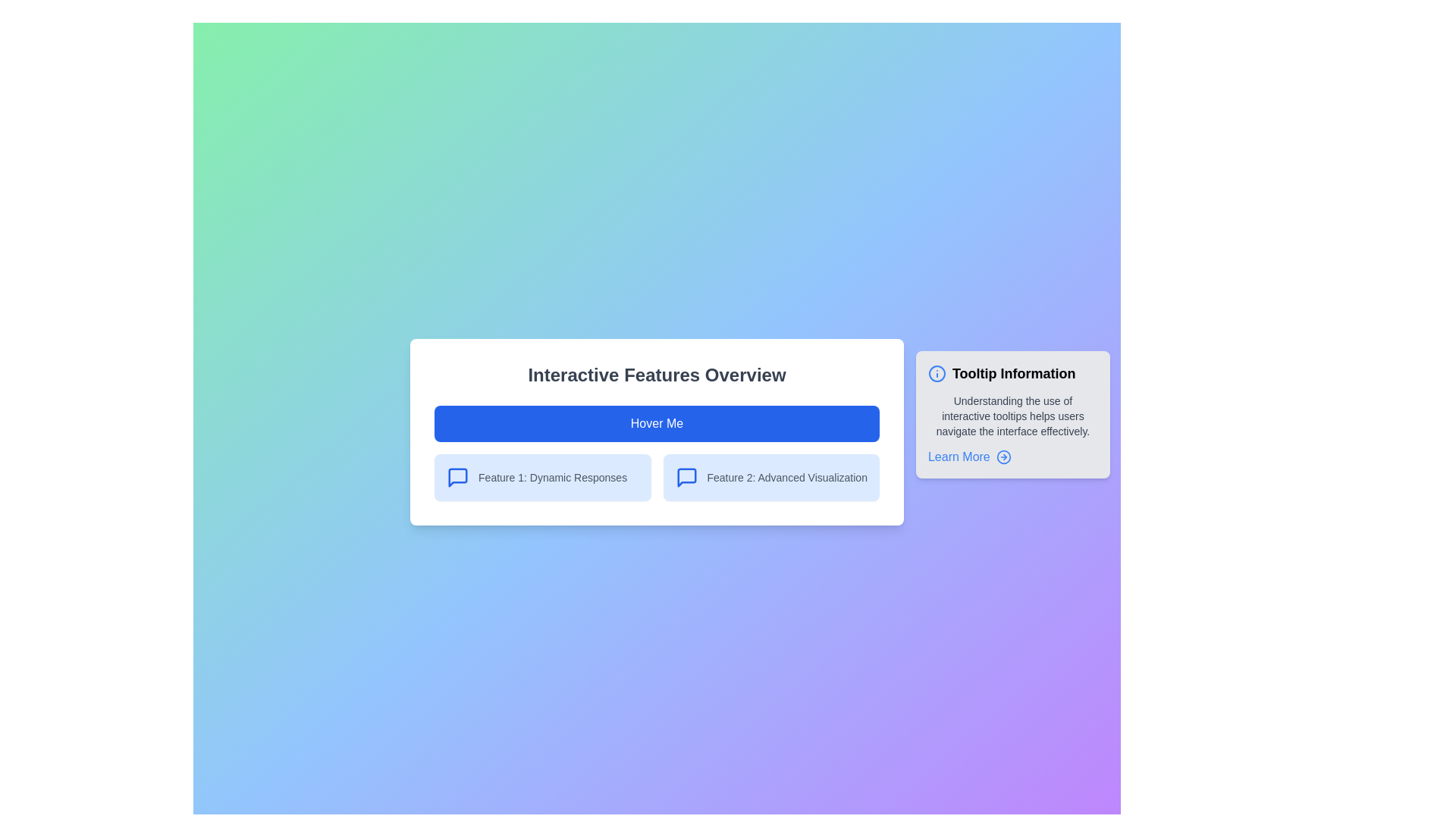  Describe the element at coordinates (771, 476) in the screenshot. I see `information presented in the Informational card titled 'Feature 2: Advanced Visualization', which is the second card in a horizontal grid layout below the main header` at that location.